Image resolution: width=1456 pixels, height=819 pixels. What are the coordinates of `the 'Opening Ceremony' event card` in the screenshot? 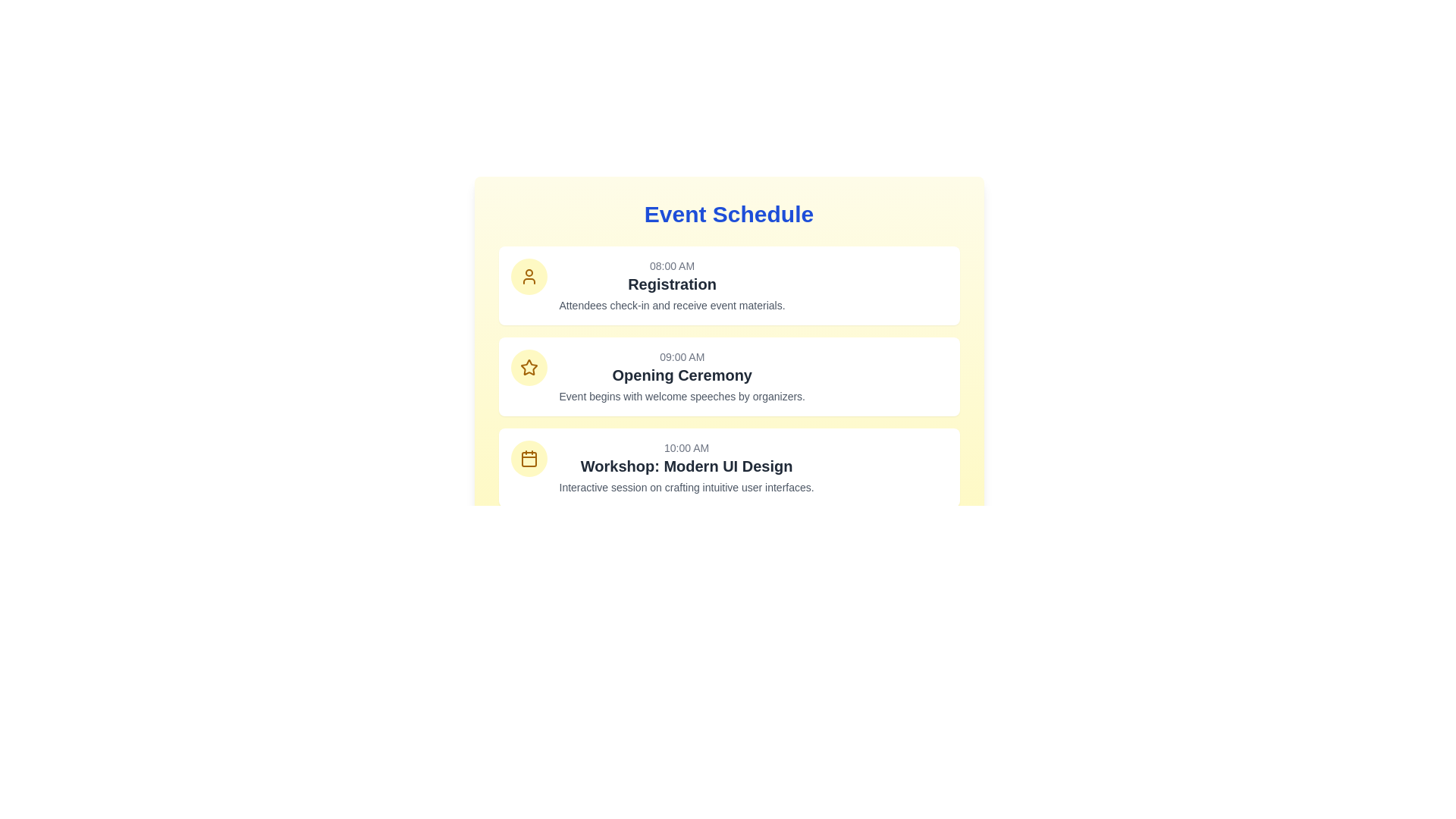 It's located at (729, 376).